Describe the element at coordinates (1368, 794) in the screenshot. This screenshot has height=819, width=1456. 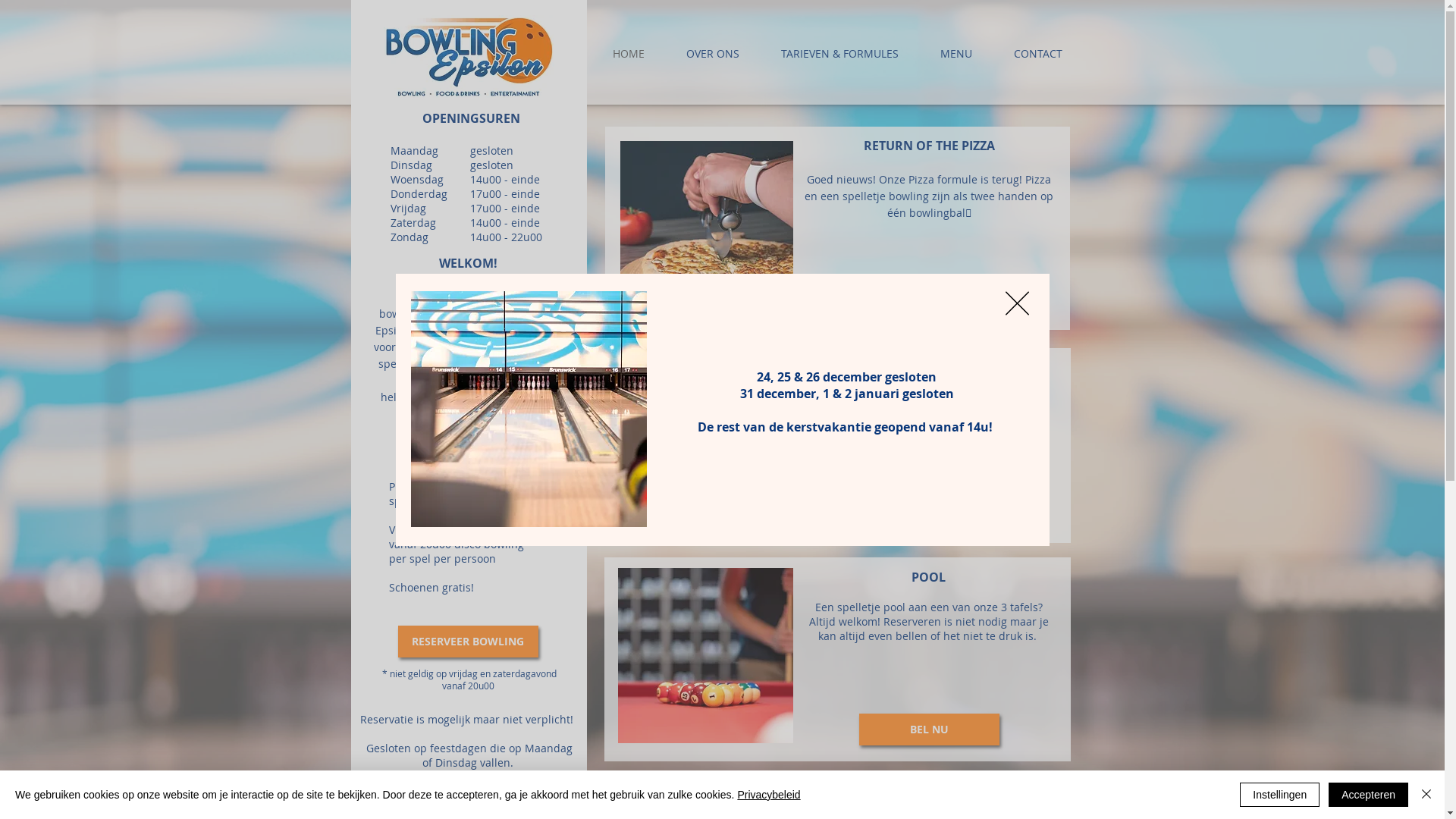
I see `'Accepteren'` at that location.